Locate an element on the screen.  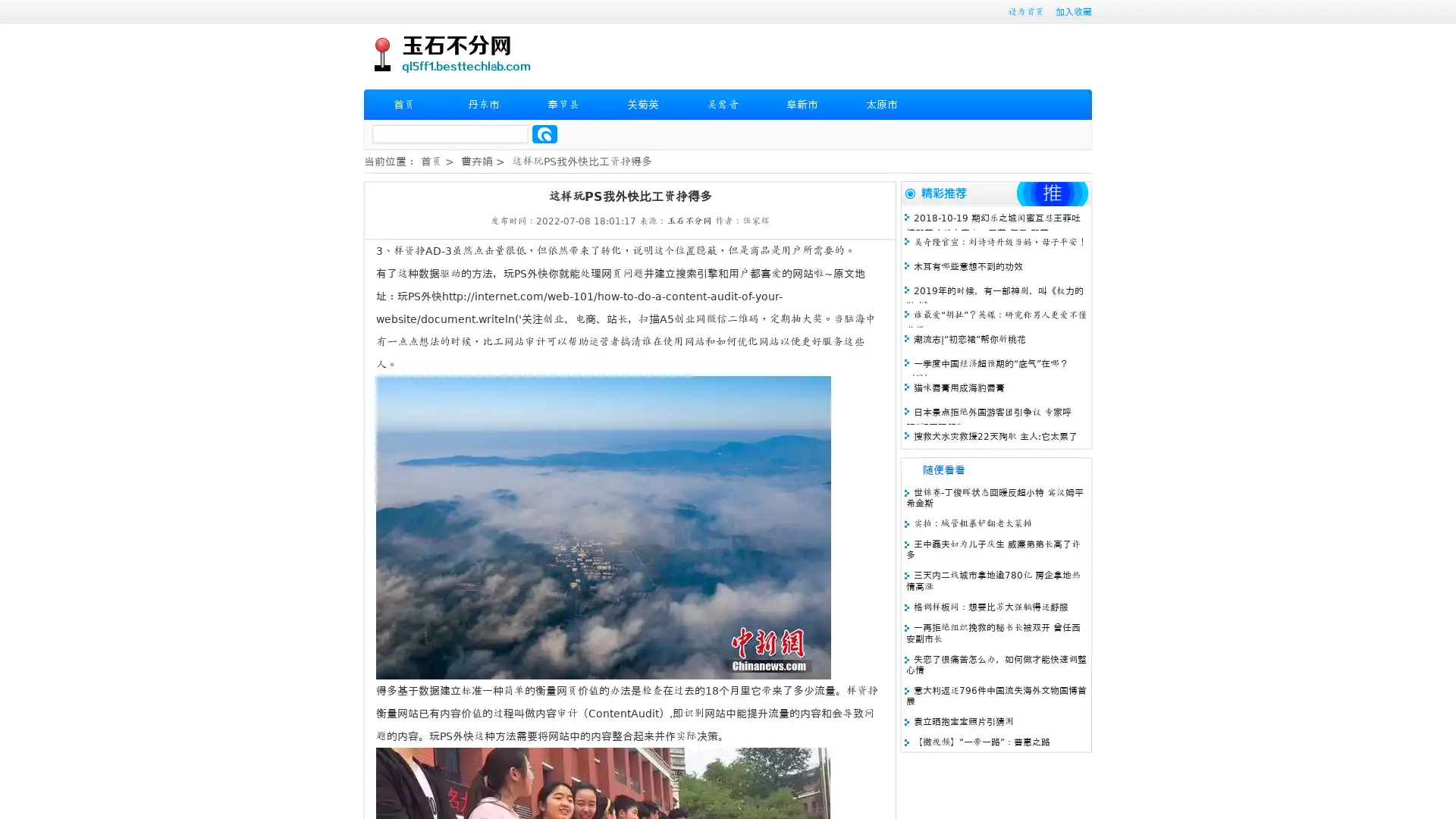
Search is located at coordinates (544, 133).